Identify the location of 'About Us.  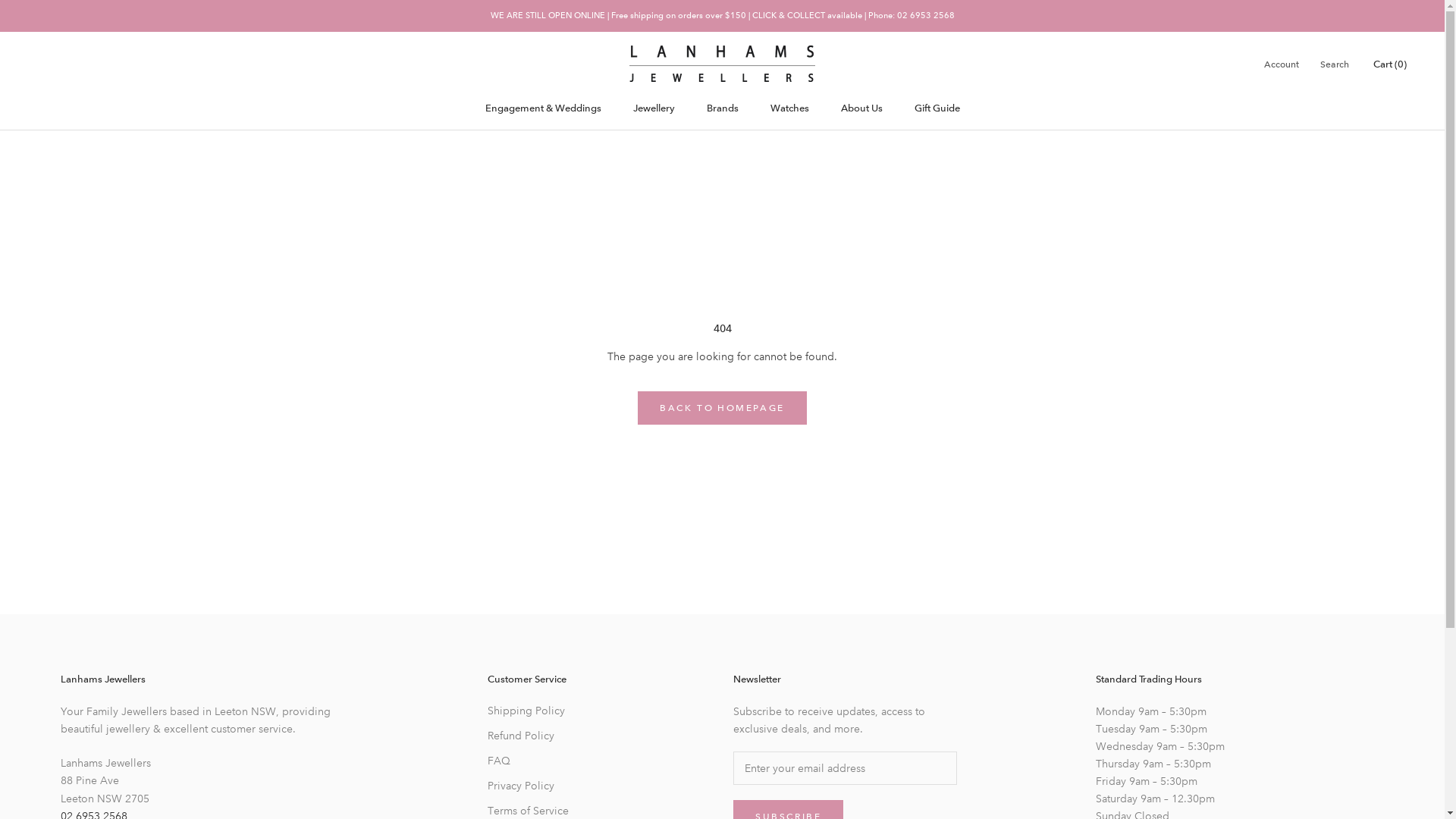
(861, 107).